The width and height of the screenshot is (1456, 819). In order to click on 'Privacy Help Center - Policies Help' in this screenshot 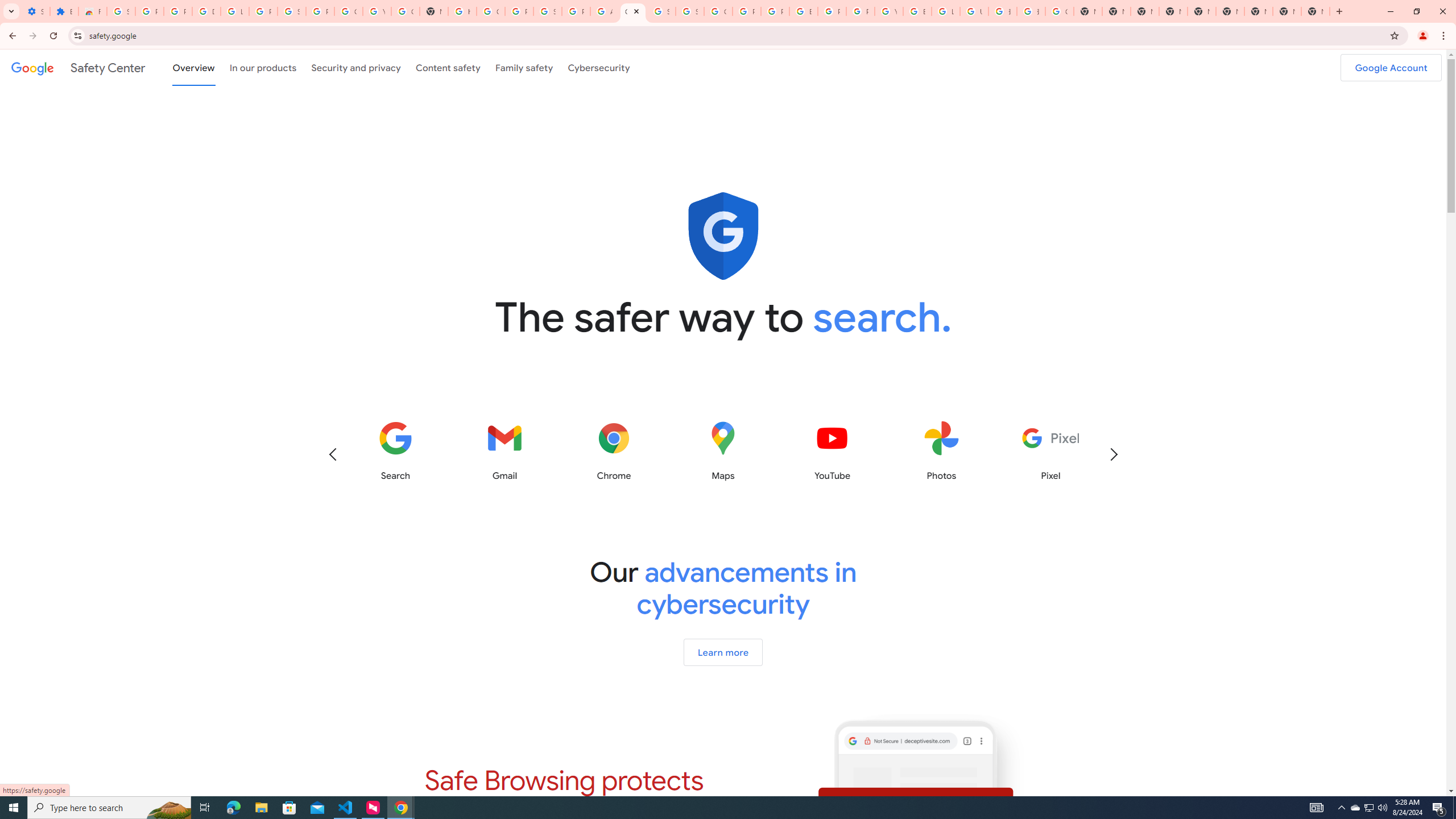, I will do `click(775, 11)`.